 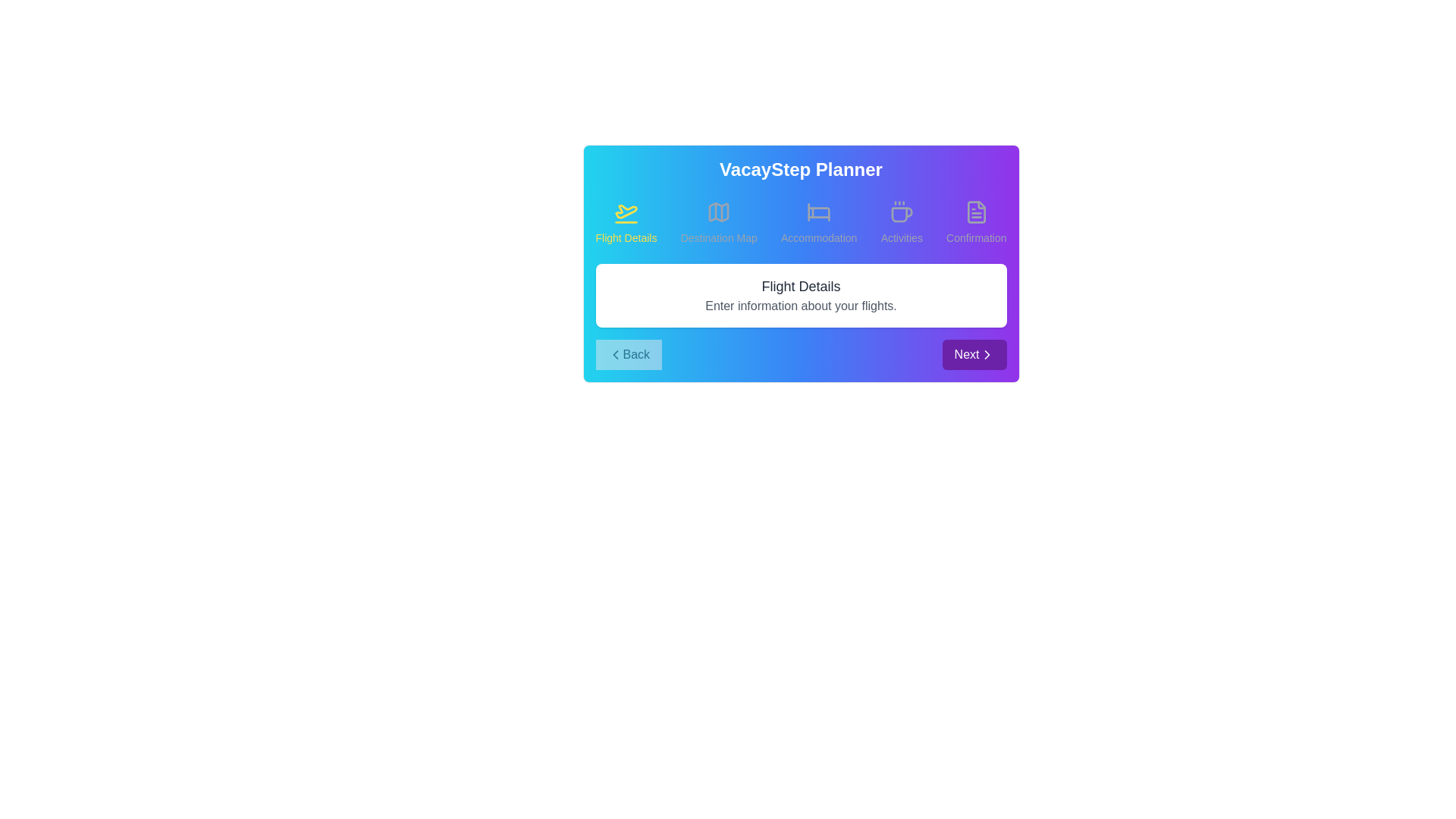 What do you see at coordinates (629, 354) in the screenshot?
I see `the Back button to navigate` at bounding box center [629, 354].